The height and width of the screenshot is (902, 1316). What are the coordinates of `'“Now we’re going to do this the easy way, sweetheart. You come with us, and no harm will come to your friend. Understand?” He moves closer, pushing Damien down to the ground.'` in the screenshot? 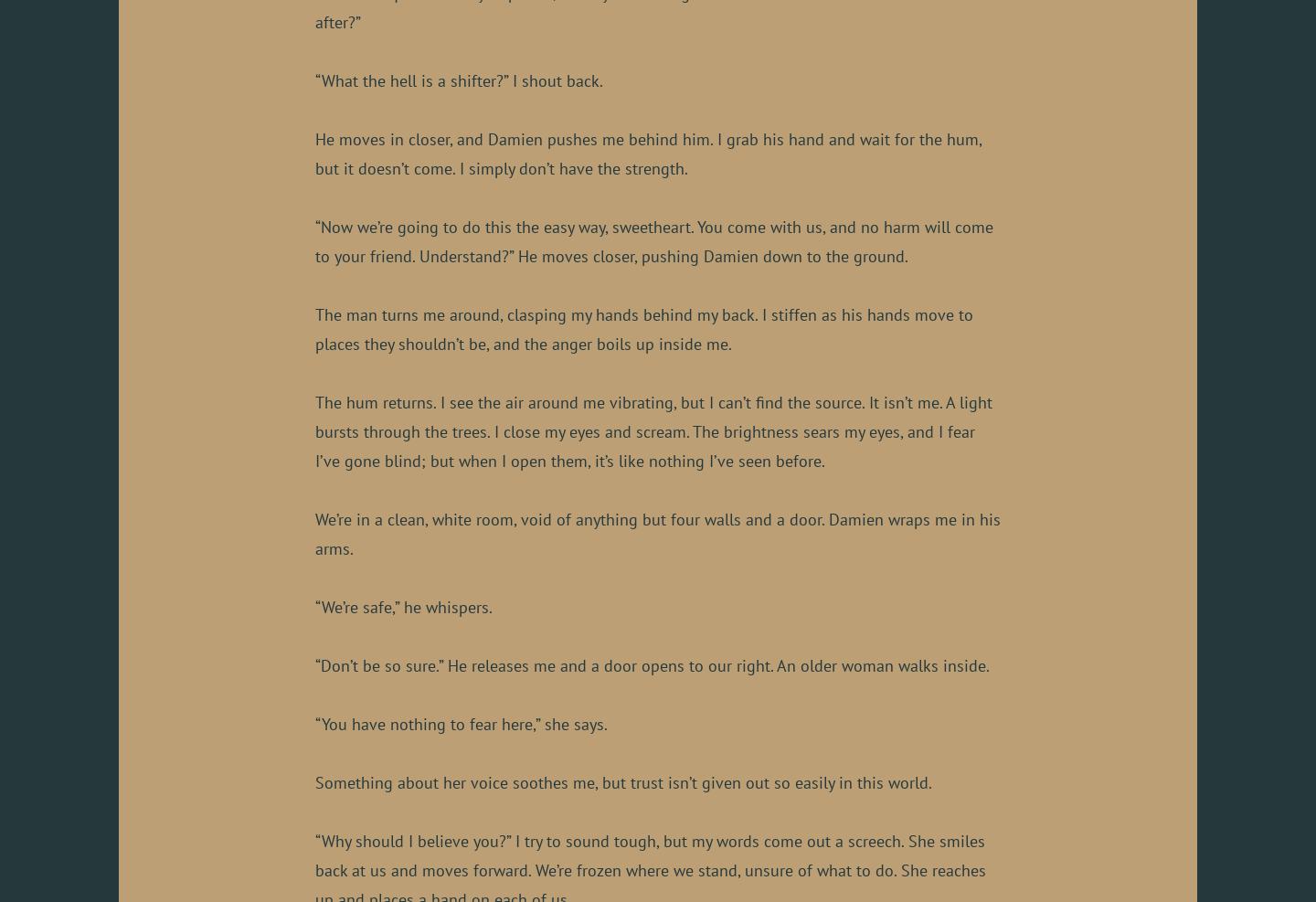 It's located at (653, 240).